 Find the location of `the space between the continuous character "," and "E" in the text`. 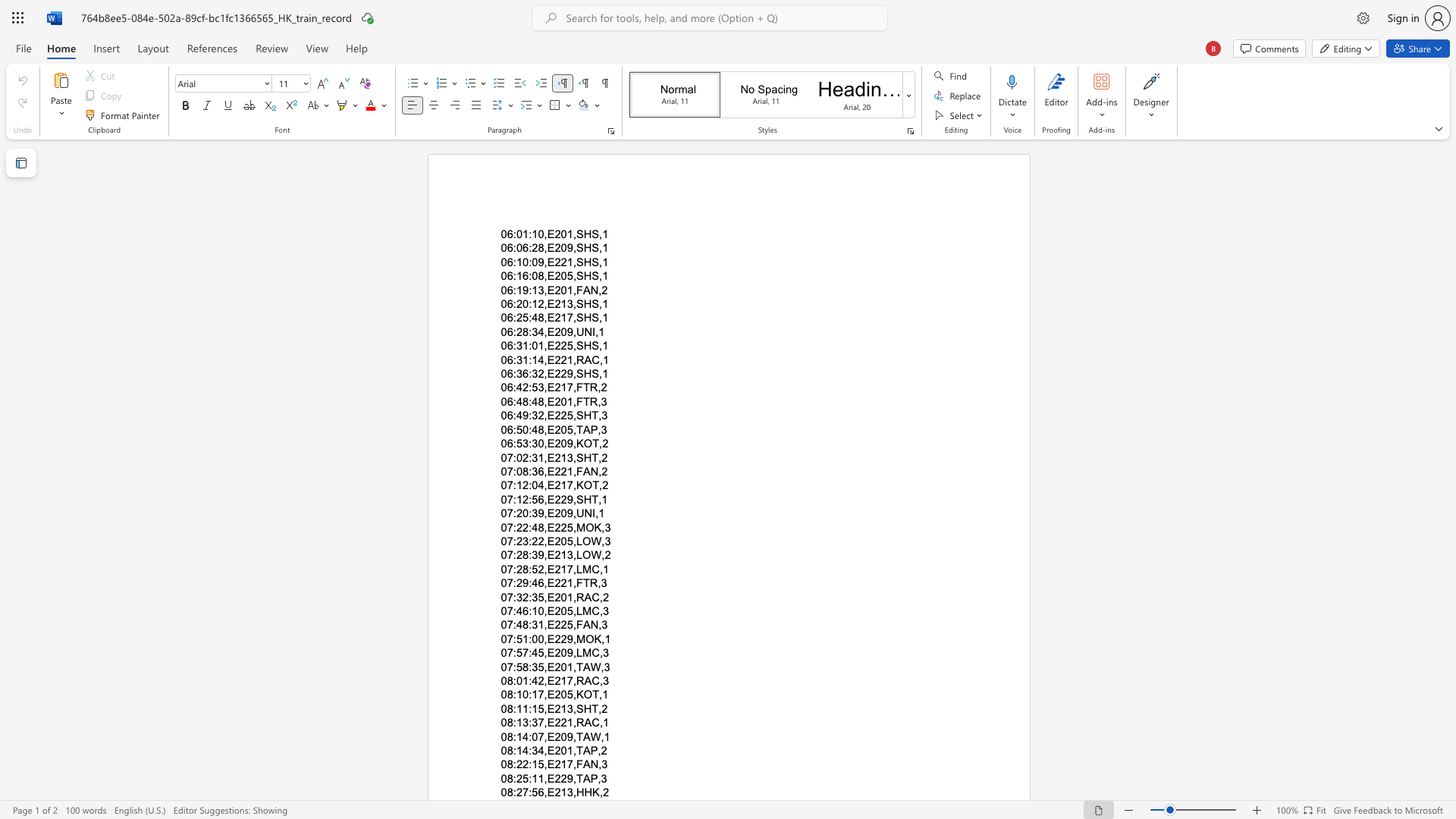

the space between the continuous character "," and "E" in the text is located at coordinates (548, 526).